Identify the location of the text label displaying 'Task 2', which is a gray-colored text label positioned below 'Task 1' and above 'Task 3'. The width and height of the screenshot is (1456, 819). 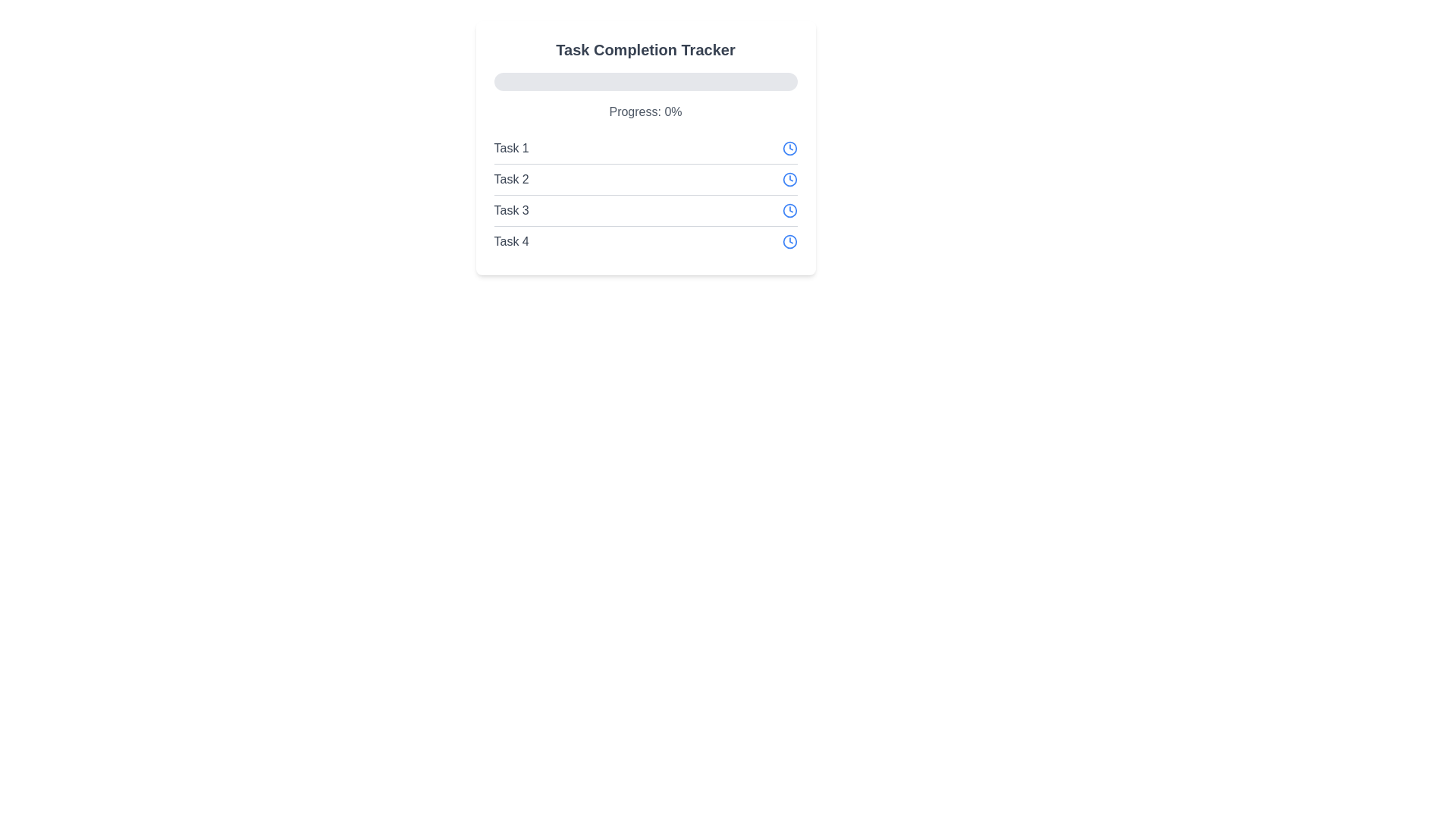
(511, 178).